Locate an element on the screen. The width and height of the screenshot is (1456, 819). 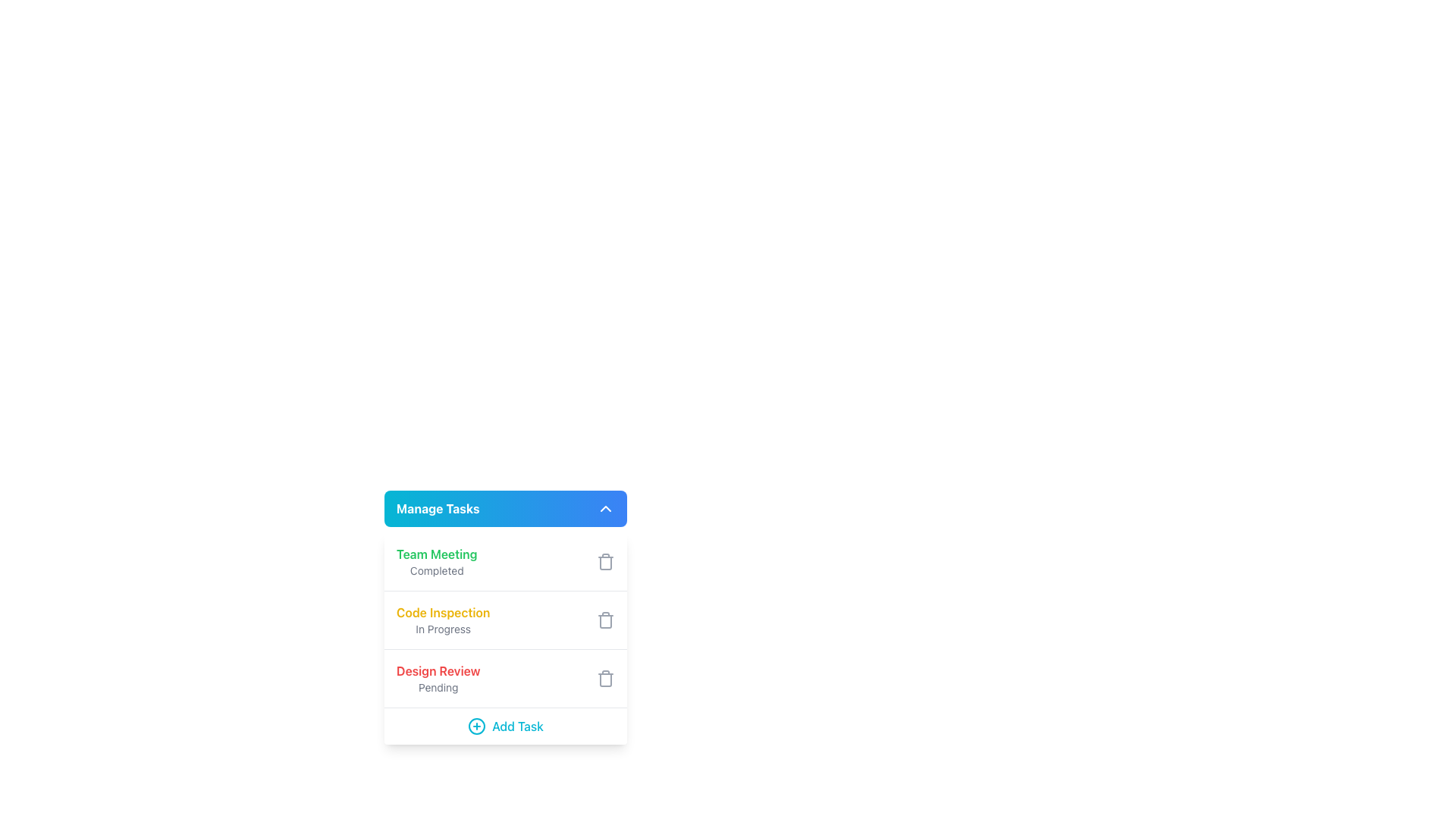
the trash icon located at the far right of the 'Code Inspection' row is located at coordinates (604, 620).